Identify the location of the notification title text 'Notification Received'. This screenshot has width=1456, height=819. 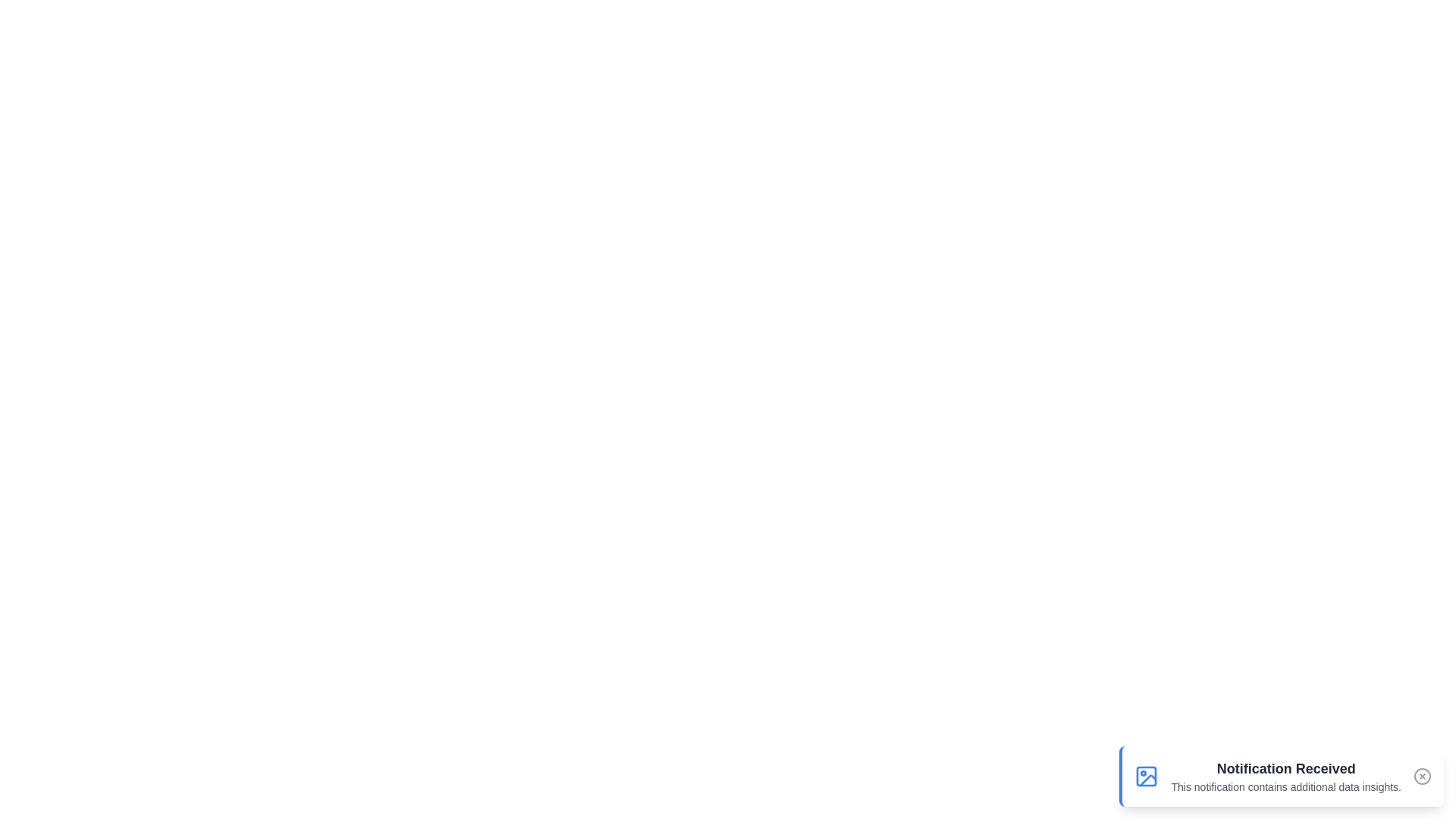
(1285, 769).